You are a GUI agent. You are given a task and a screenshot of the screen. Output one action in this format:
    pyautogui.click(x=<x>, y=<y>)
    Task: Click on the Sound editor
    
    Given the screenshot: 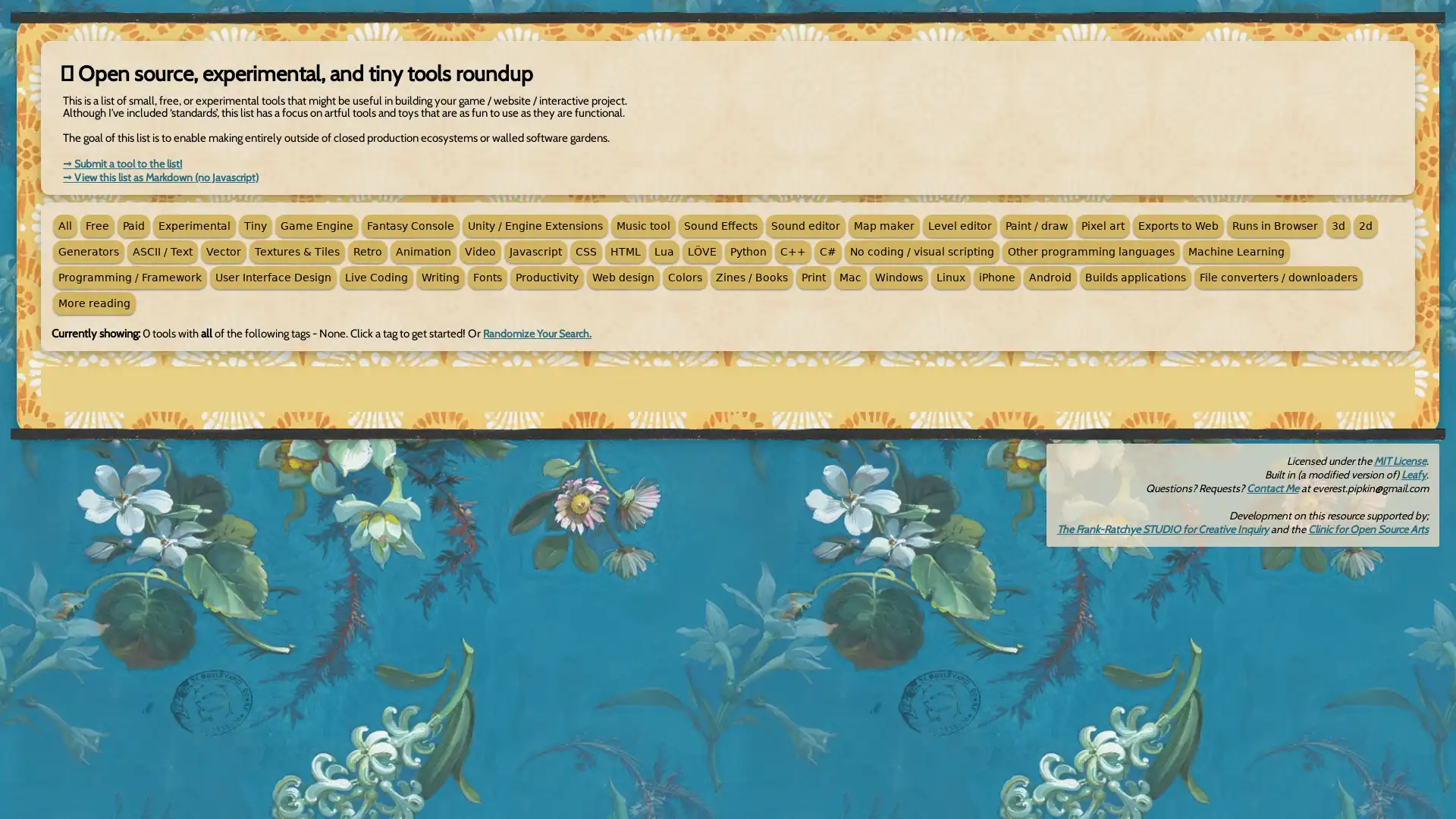 What is the action you would take?
    pyautogui.click(x=805, y=225)
    